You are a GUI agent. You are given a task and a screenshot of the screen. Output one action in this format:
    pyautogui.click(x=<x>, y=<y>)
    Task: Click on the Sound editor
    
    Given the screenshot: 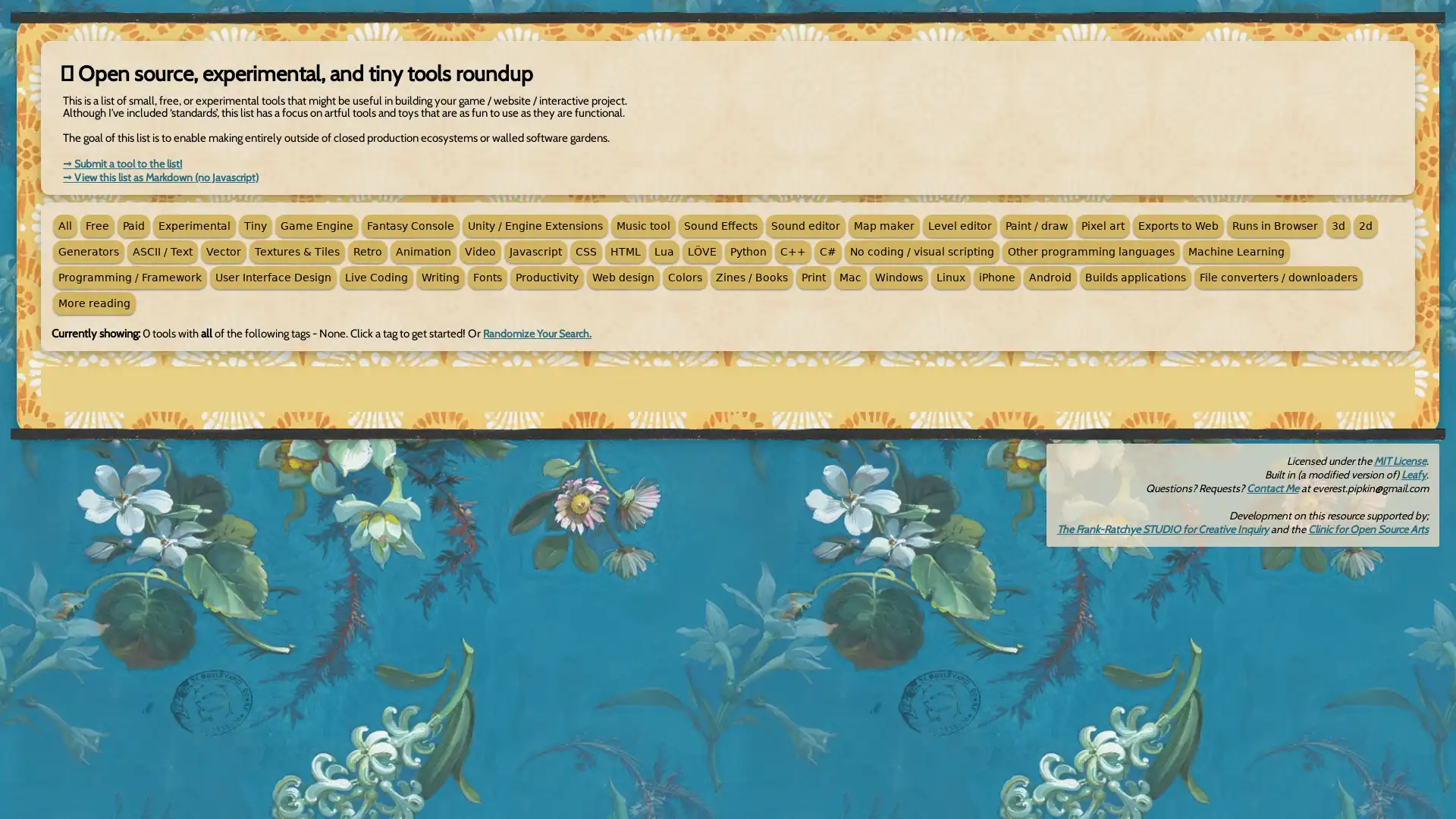 What is the action you would take?
    pyautogui.click(x=805, y=225)
    